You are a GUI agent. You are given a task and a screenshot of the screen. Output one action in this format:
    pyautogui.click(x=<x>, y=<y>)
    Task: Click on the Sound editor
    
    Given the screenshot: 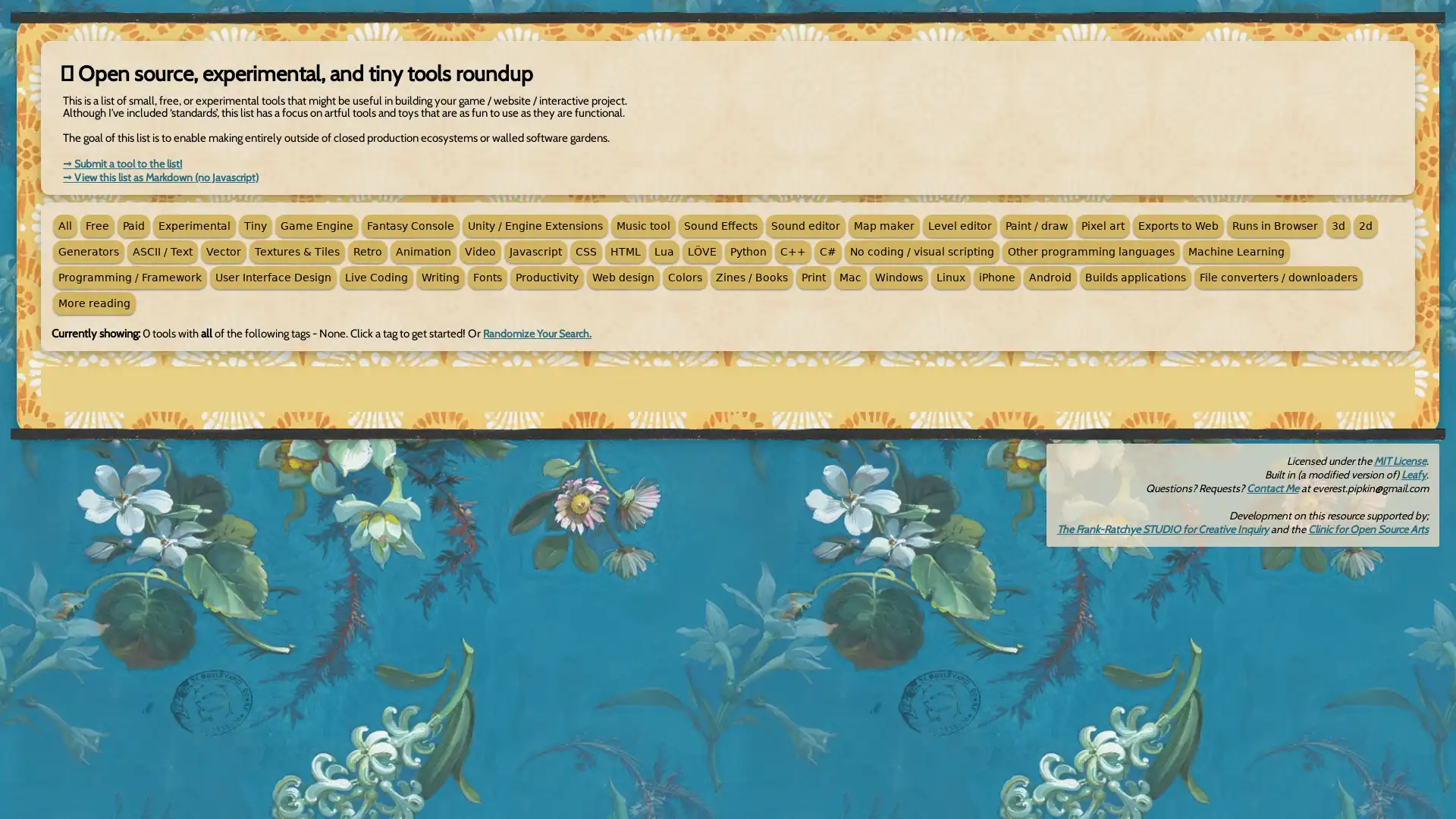 What is the action you would take?
    pyautogui.click(x=805, y=225)
    